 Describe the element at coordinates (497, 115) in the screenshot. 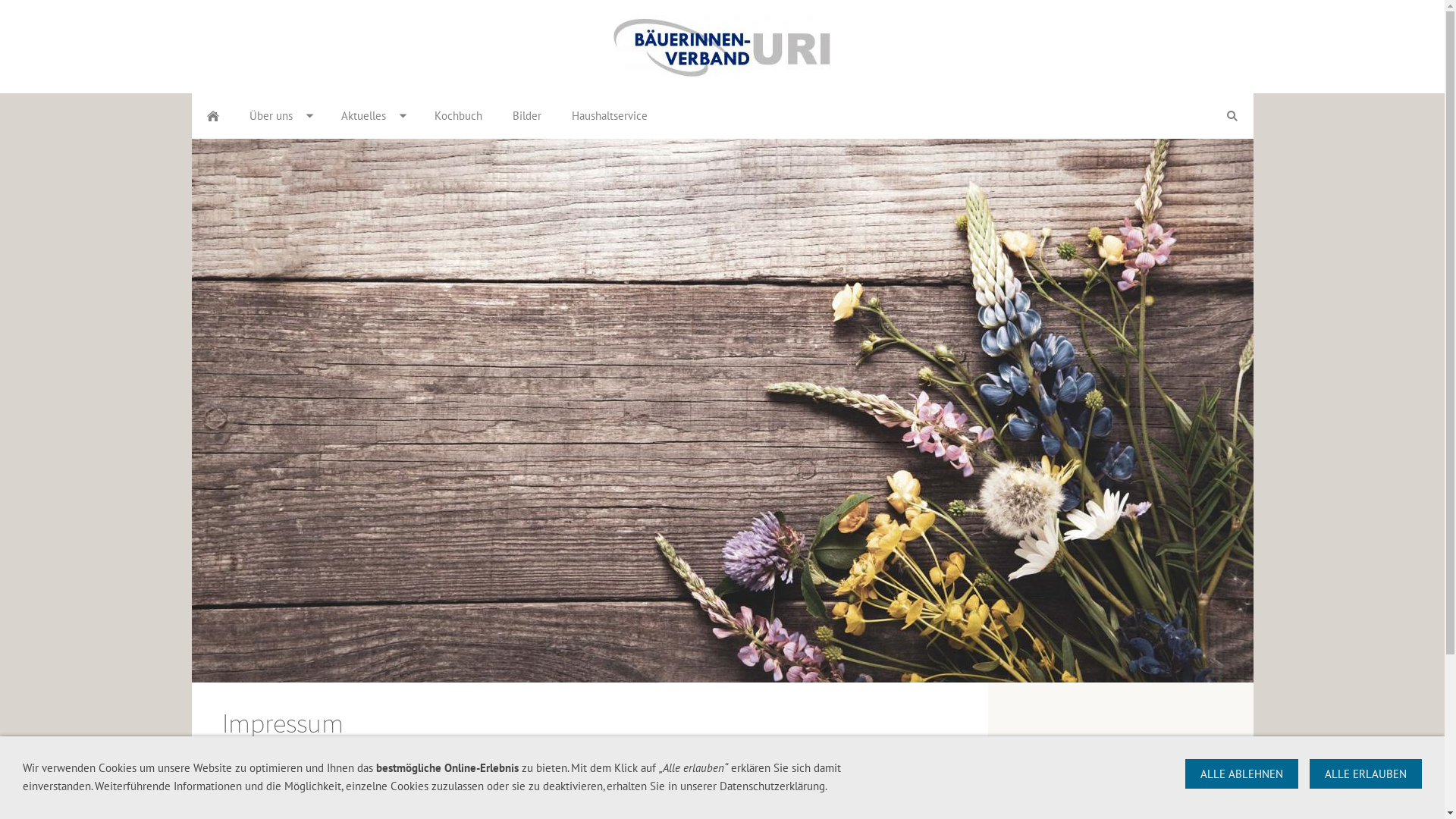

I see `'Bilder'` at that location.